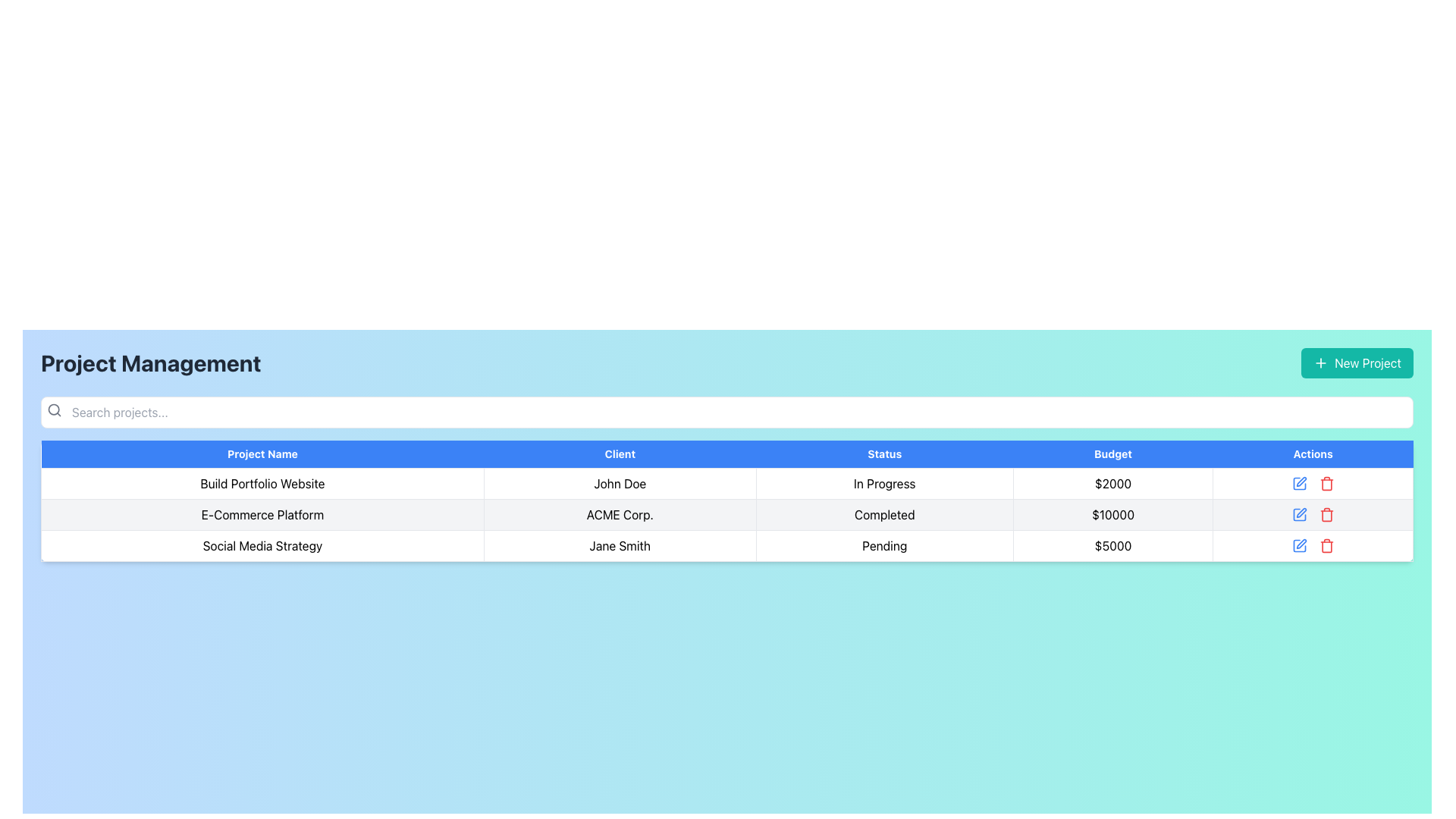 This screenshot has width=1456, height=819. I want to click on text from the Table Cell displaying 'Completed' in bold style, located in the 'Status' column of the table for the project 'E-Commerce Platform' by 'ACME Corp.', so click(884, 513).